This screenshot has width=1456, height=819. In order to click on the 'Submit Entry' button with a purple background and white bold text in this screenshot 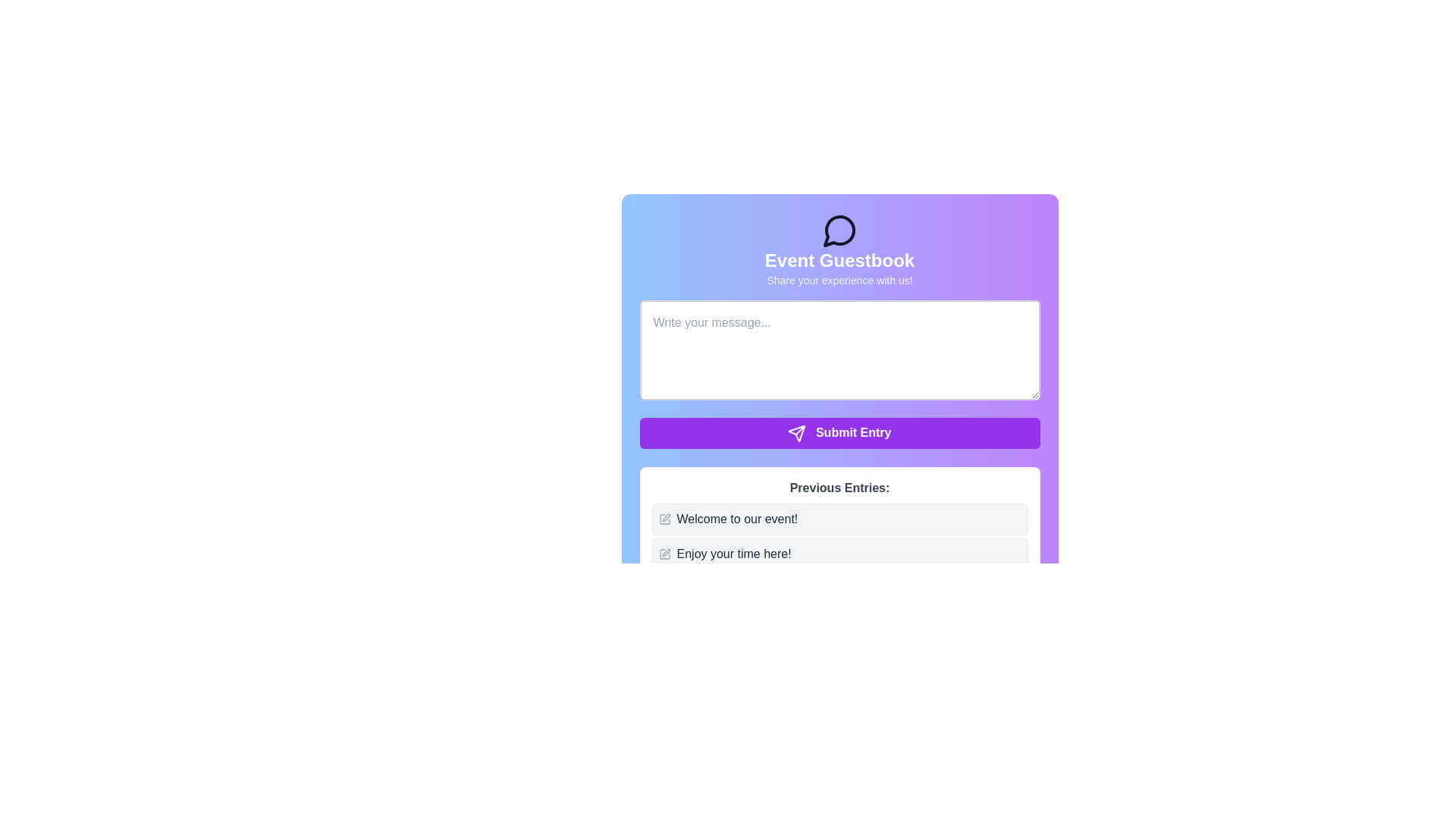, I will do `click(839, 433)`.